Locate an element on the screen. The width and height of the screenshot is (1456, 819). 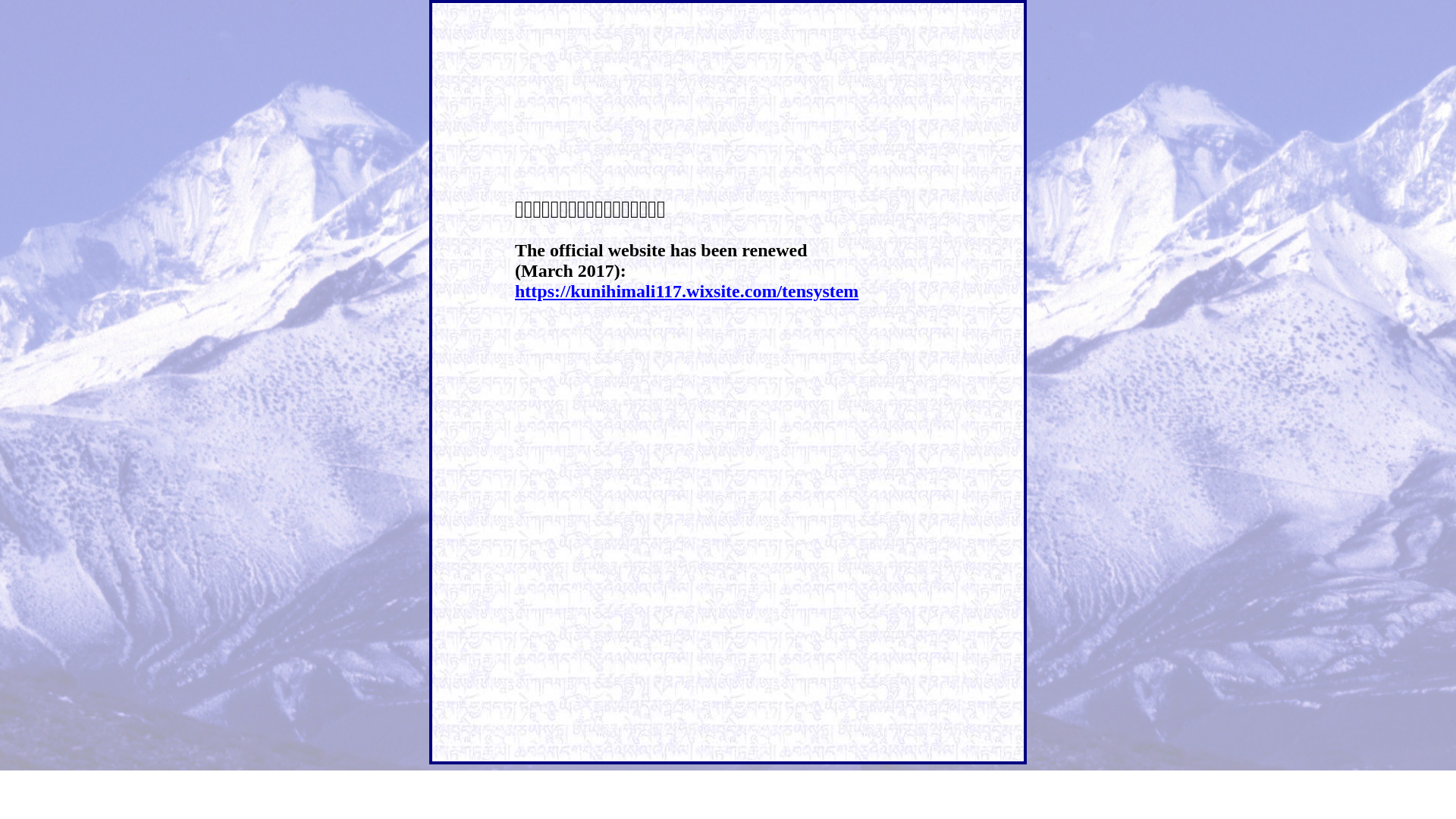
'https://kunihimali117.wixsite.com/tensystem' is located at coordinates (686, 291).